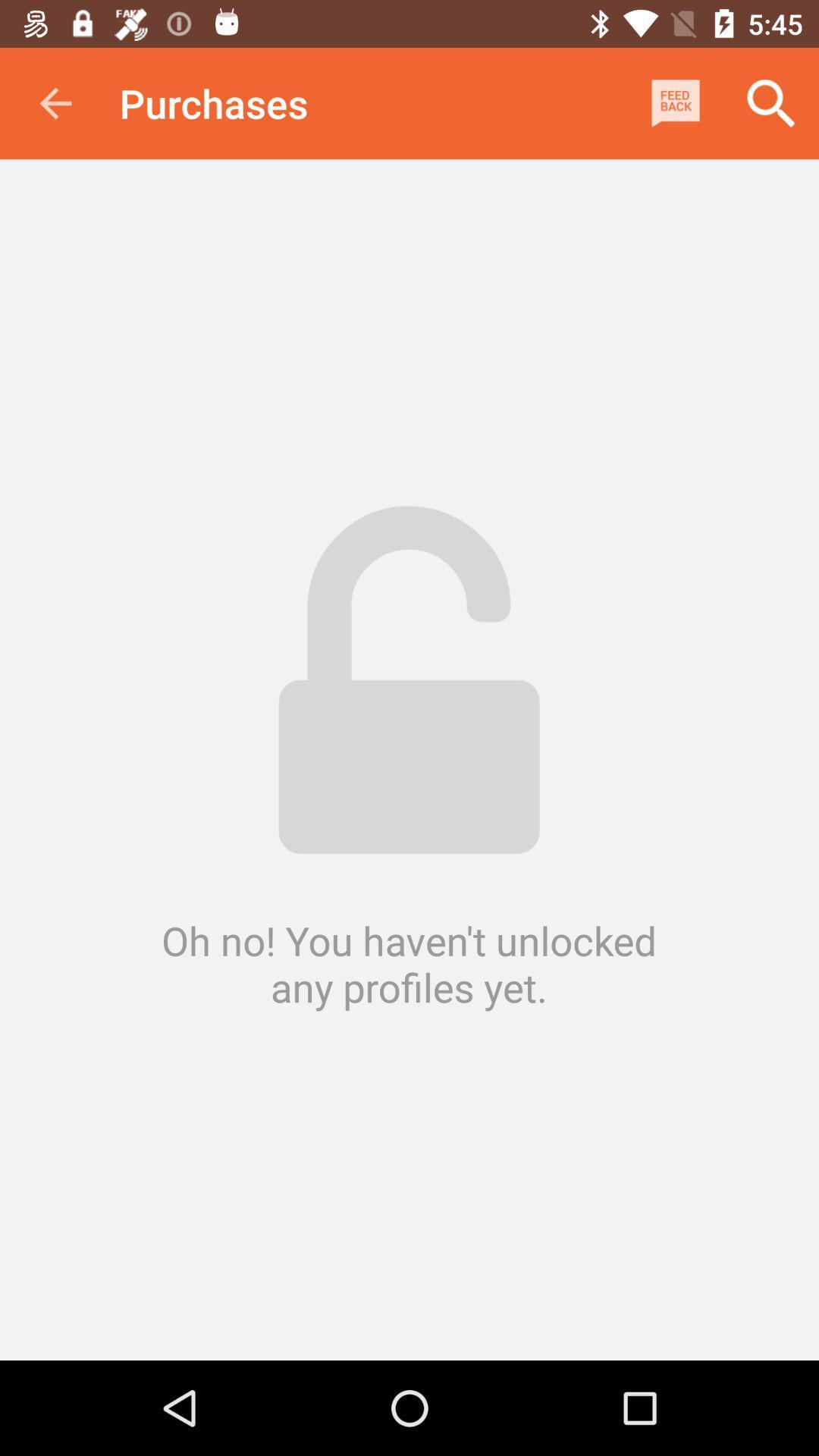 This screenshot has width=819, height=1456. What do you see at coordinates (55, 102) in the screenshot?
I see `the icon next to purchases app` at bounding box center [55, 102].